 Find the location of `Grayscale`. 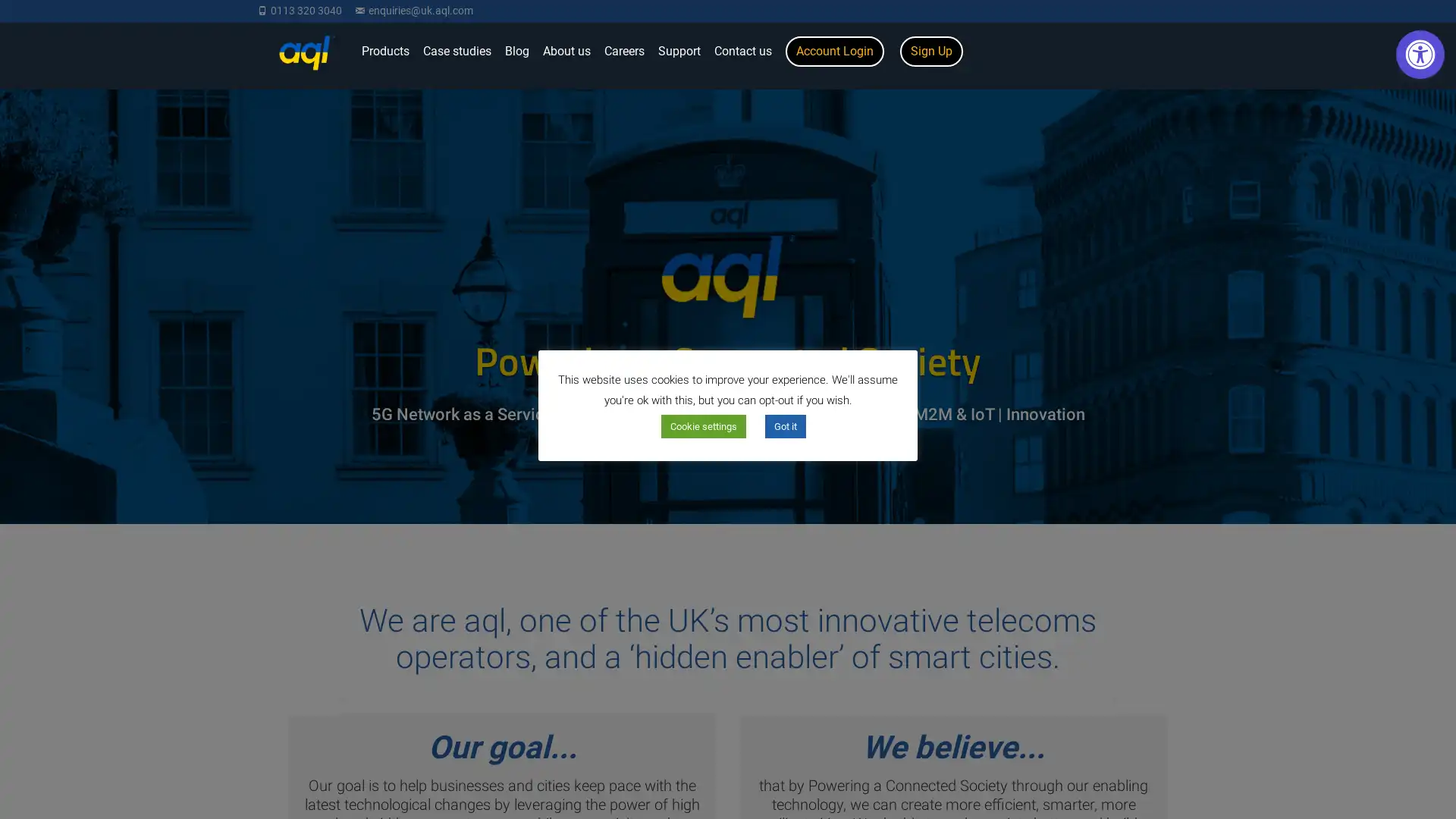

Grayscale is located at coordinates (1323, 227).